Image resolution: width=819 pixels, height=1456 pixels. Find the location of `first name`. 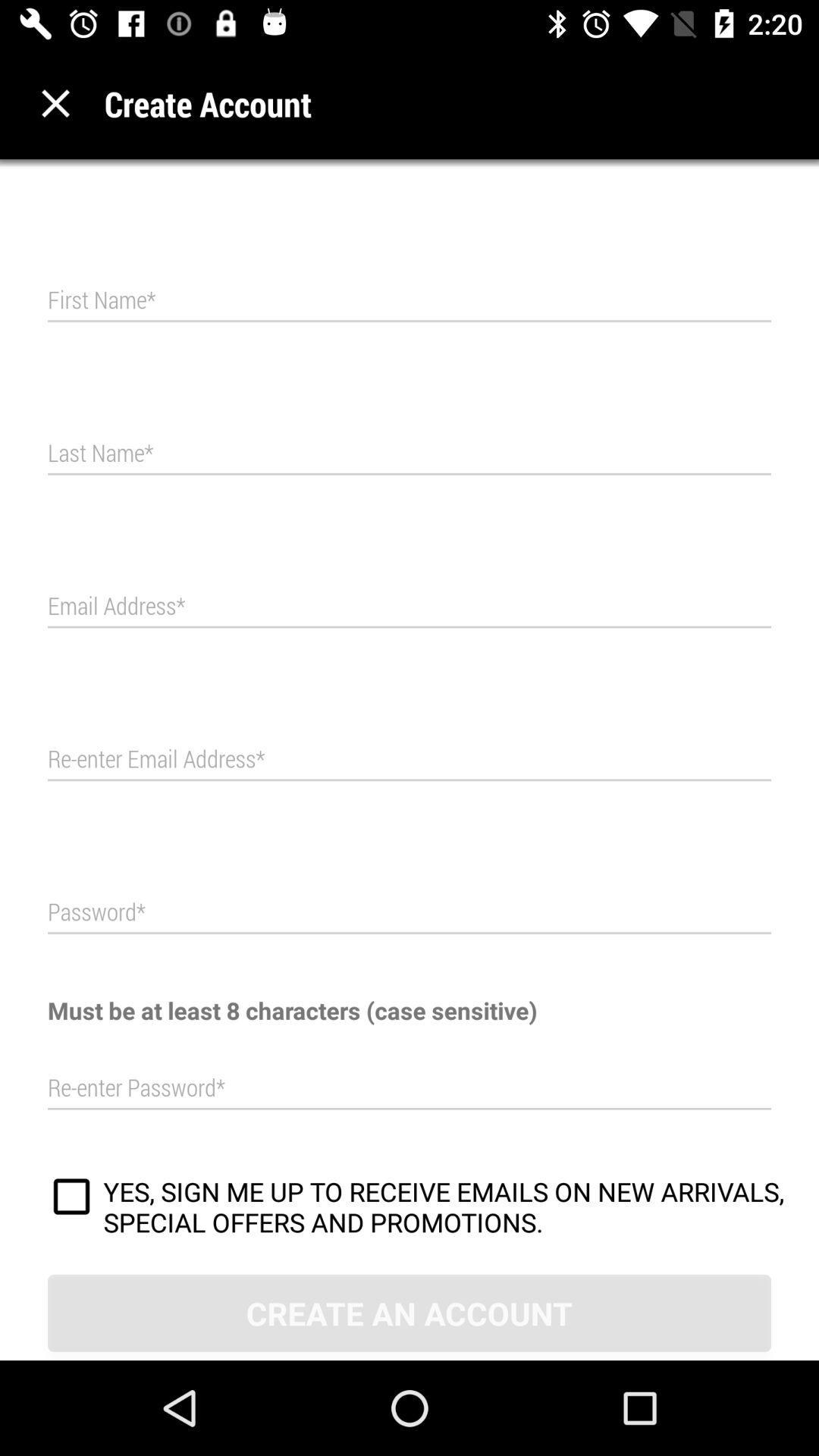

first name is located at coordinates (409, 300).